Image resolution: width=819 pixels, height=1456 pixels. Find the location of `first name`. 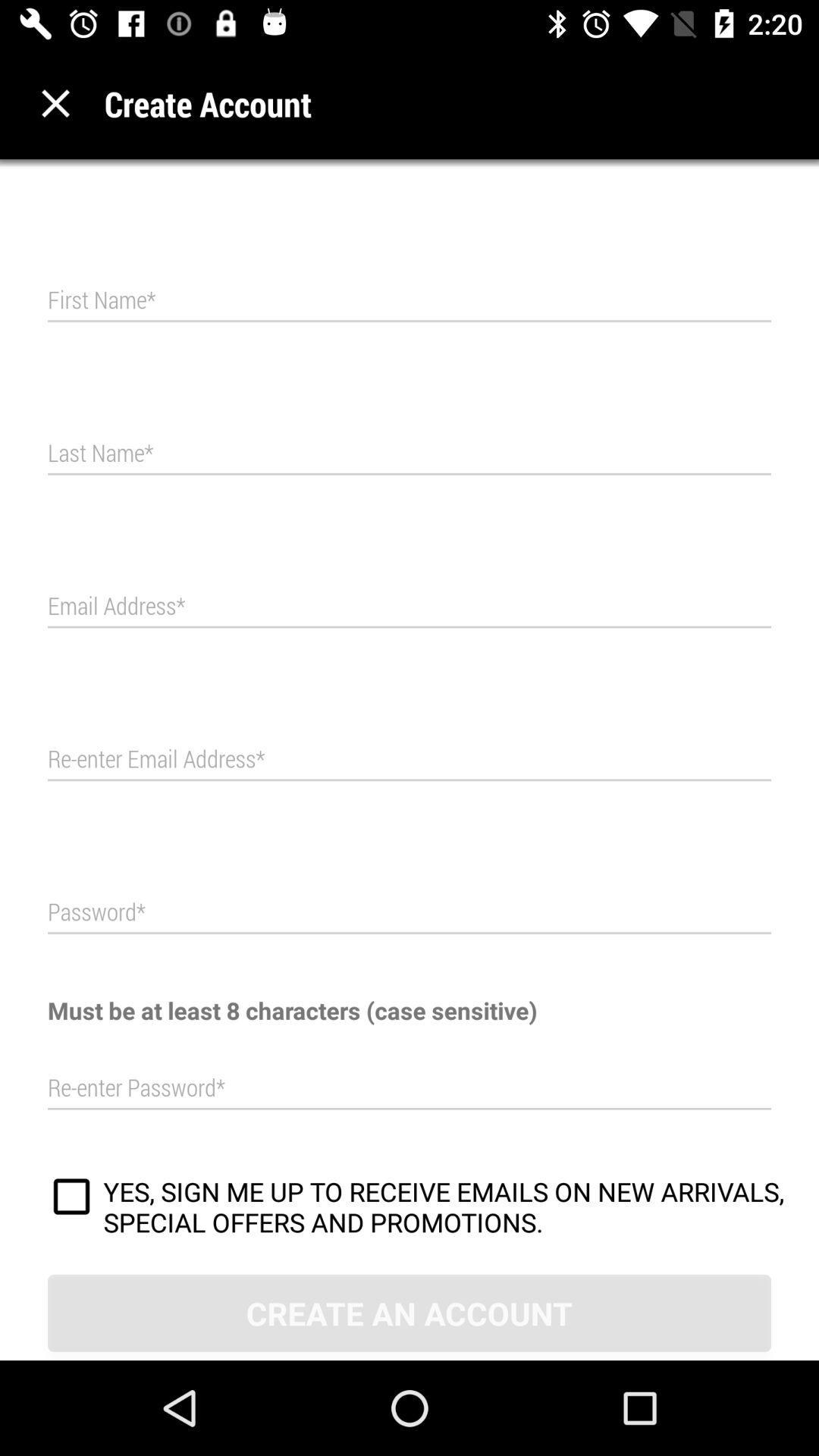

first name is located at coordinates (409, 300).